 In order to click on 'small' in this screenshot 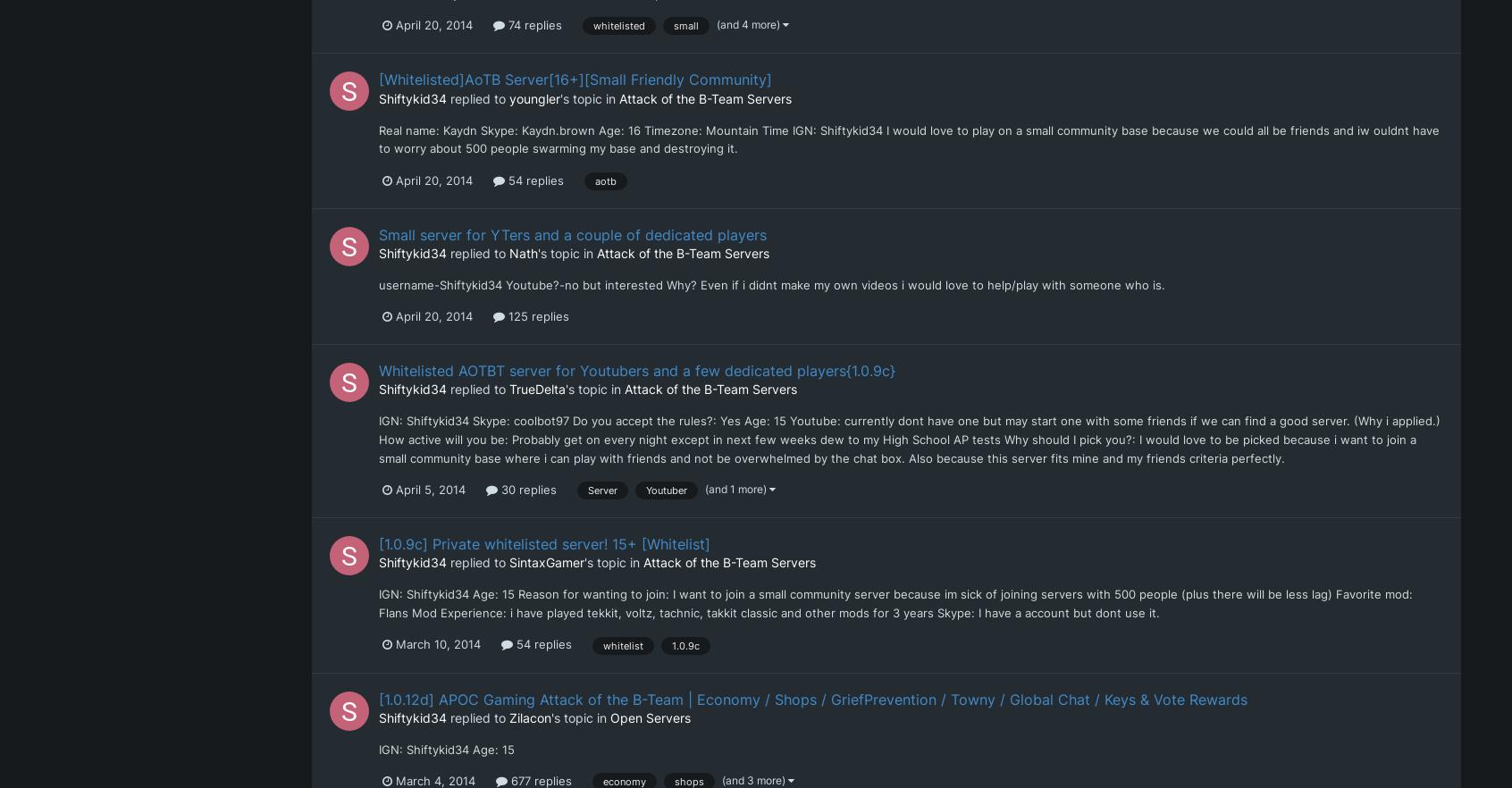, I will do `click(672, 26)`.